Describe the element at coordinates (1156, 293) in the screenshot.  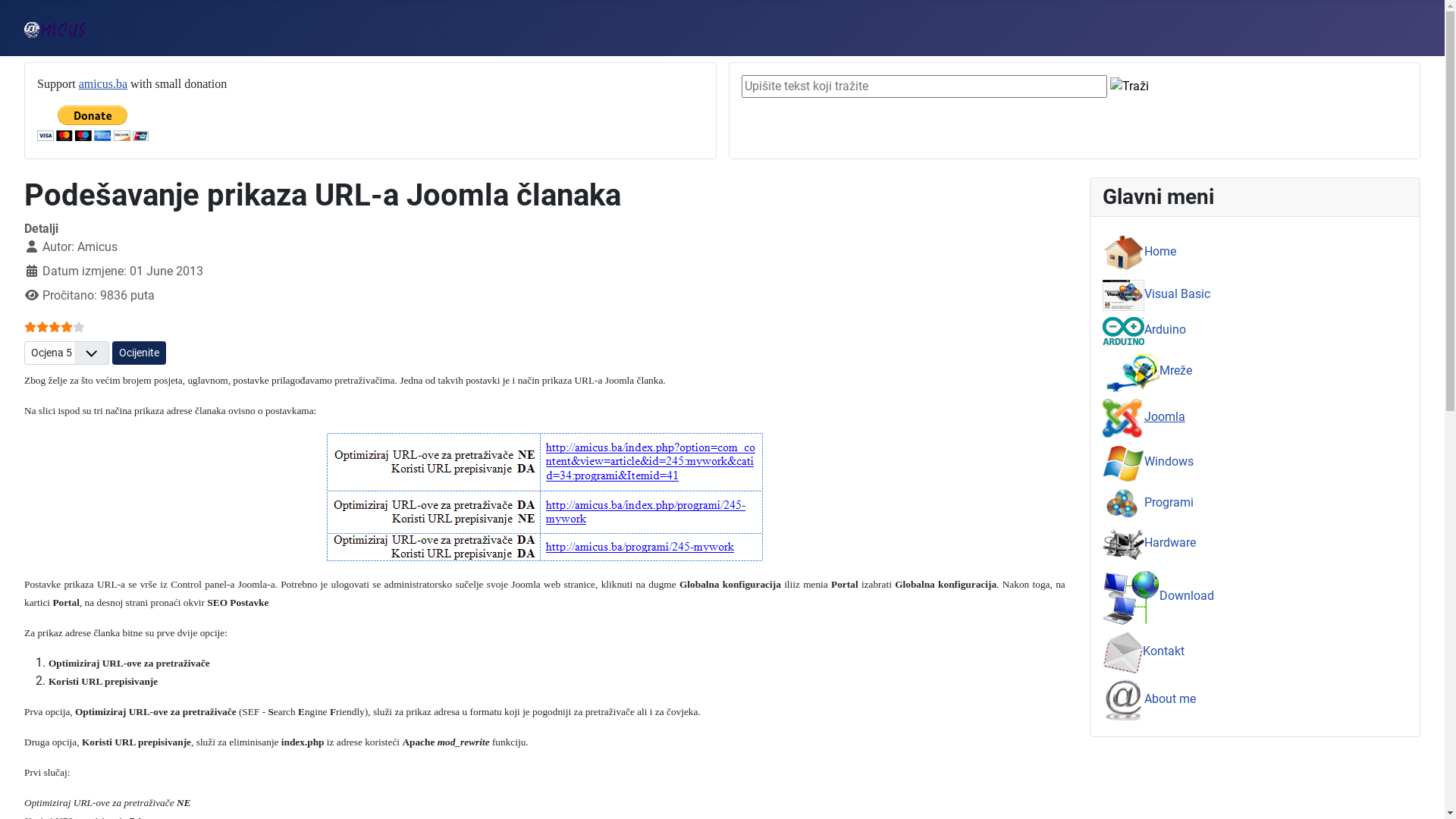
I see `'Visual Basic'` at that location.